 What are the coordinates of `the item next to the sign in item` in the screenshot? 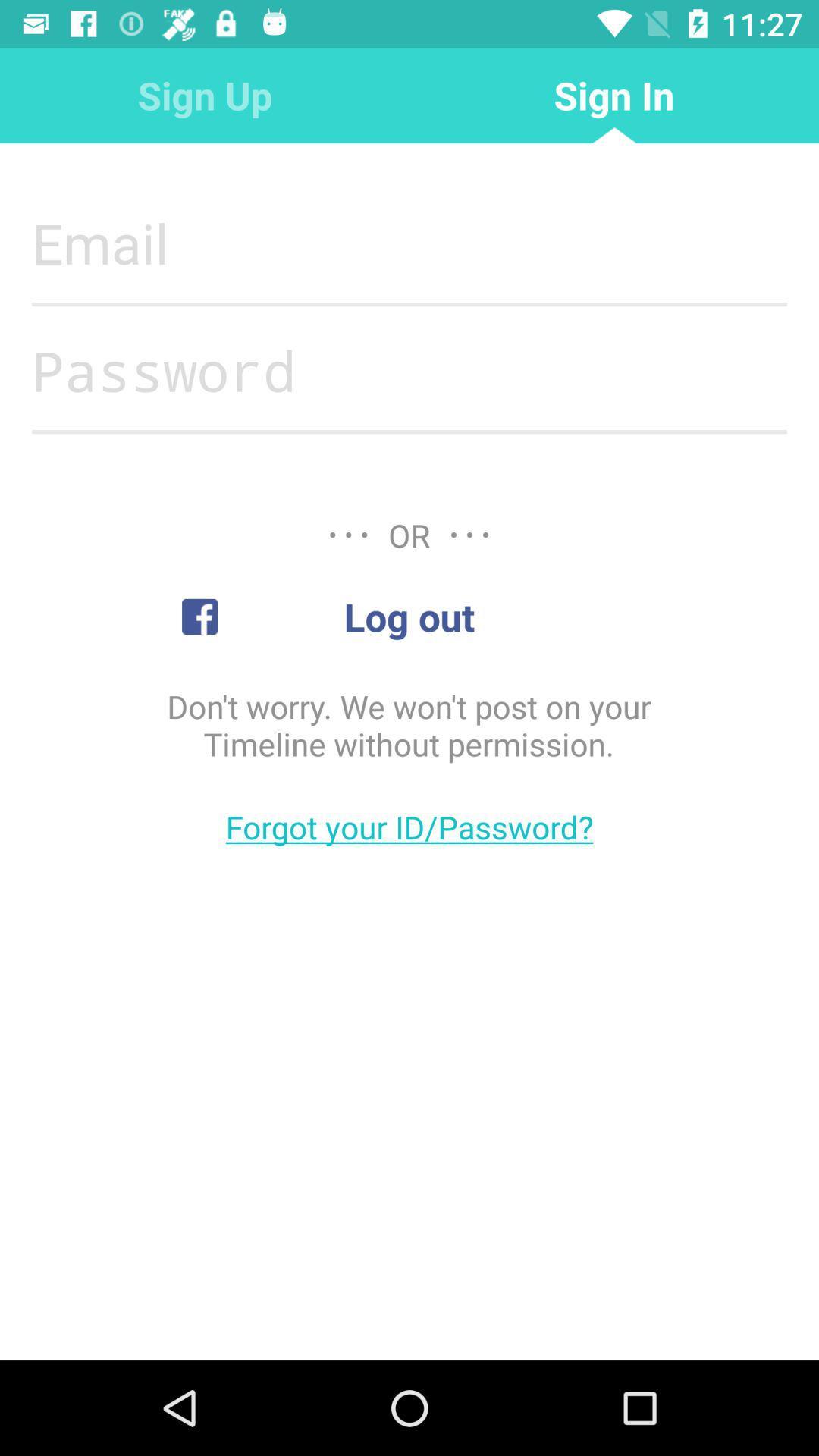 It's located at (205, 94).